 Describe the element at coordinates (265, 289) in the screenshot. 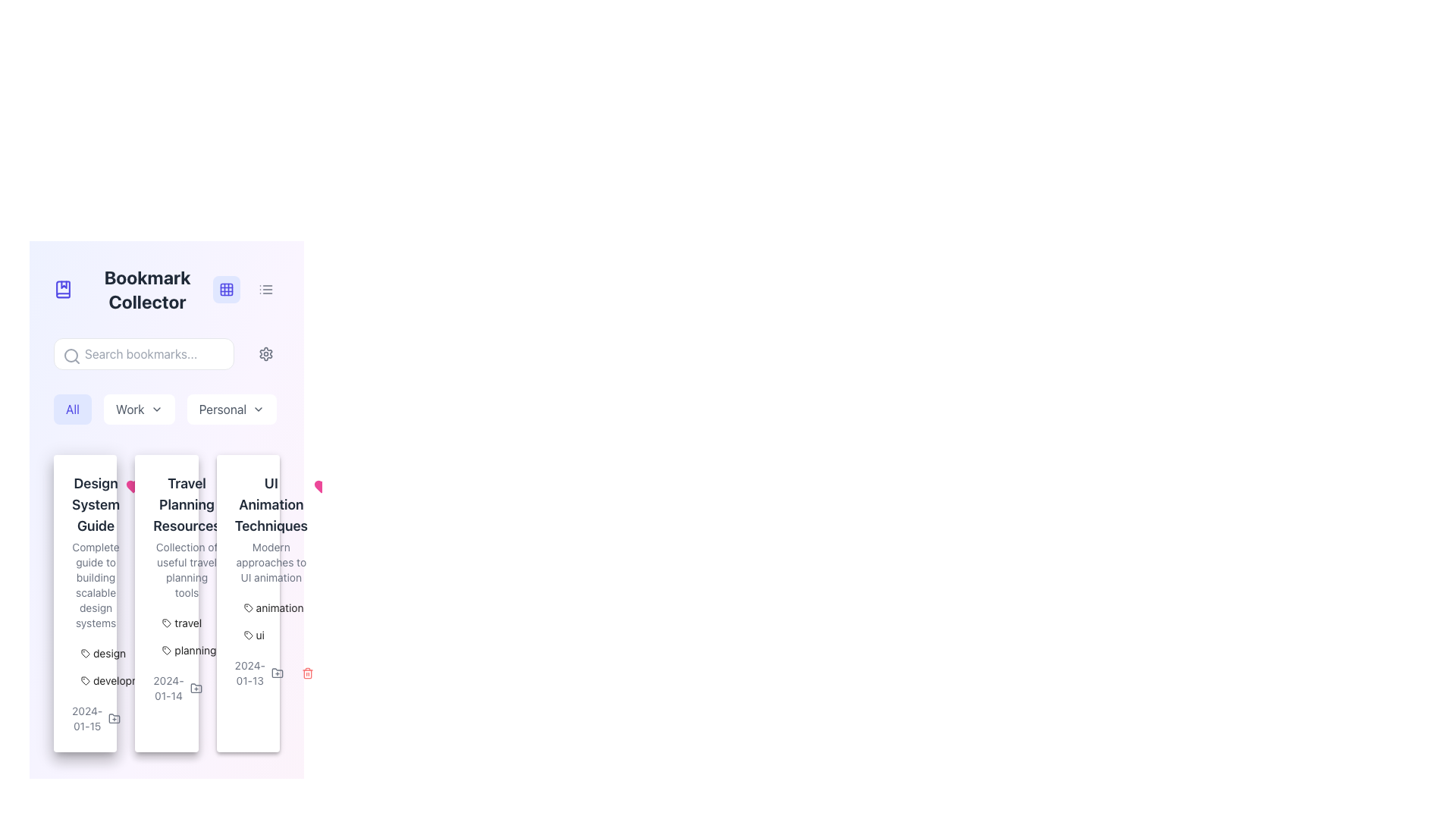

I see `the icon button in the top-right corner of the interface to switch the layout to a list view` at that location.